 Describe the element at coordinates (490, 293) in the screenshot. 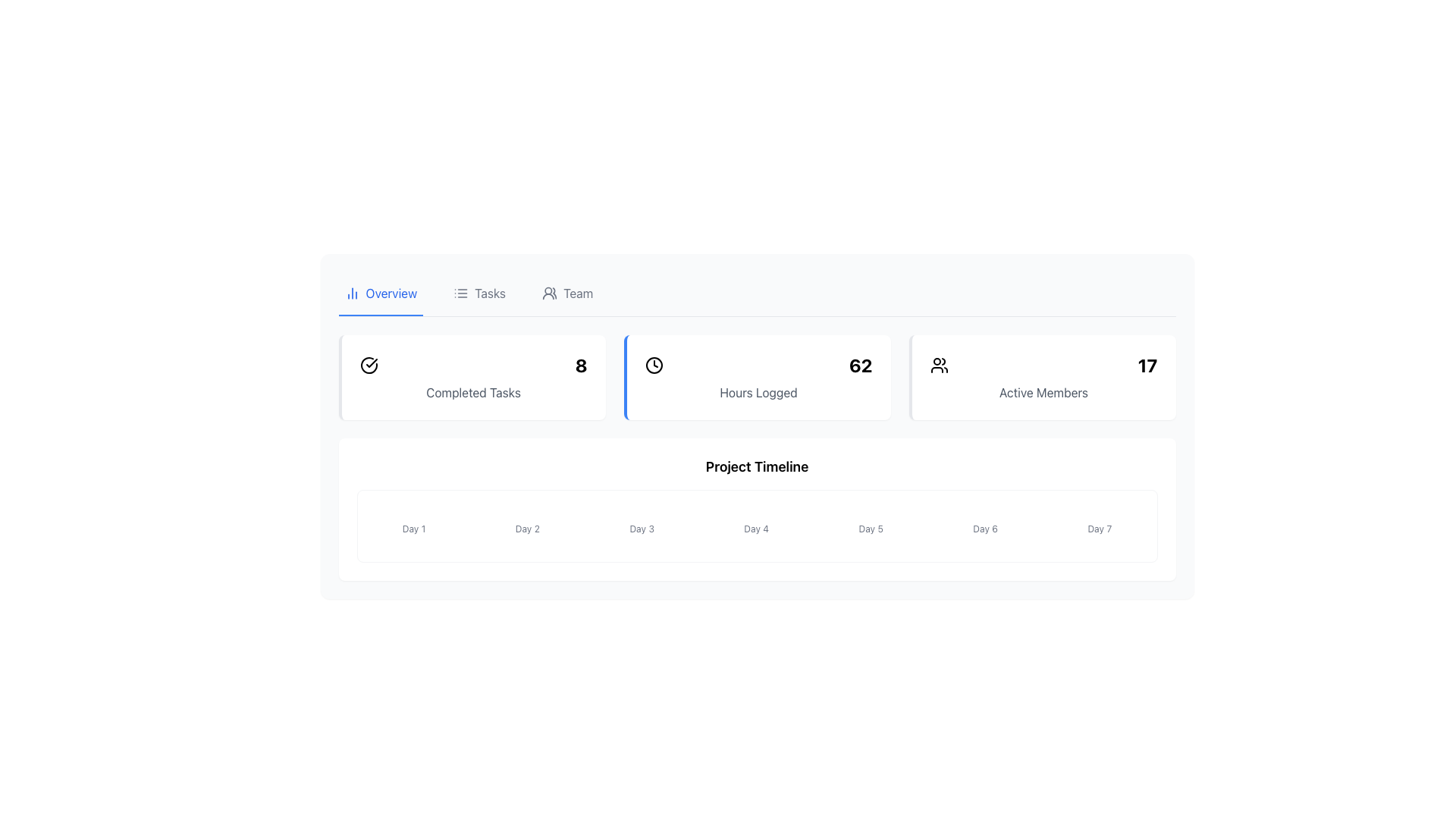

I see `the 'Tasks' text label located in the navigation bar, positioned between 'Overview' and 'Team'` at that location.